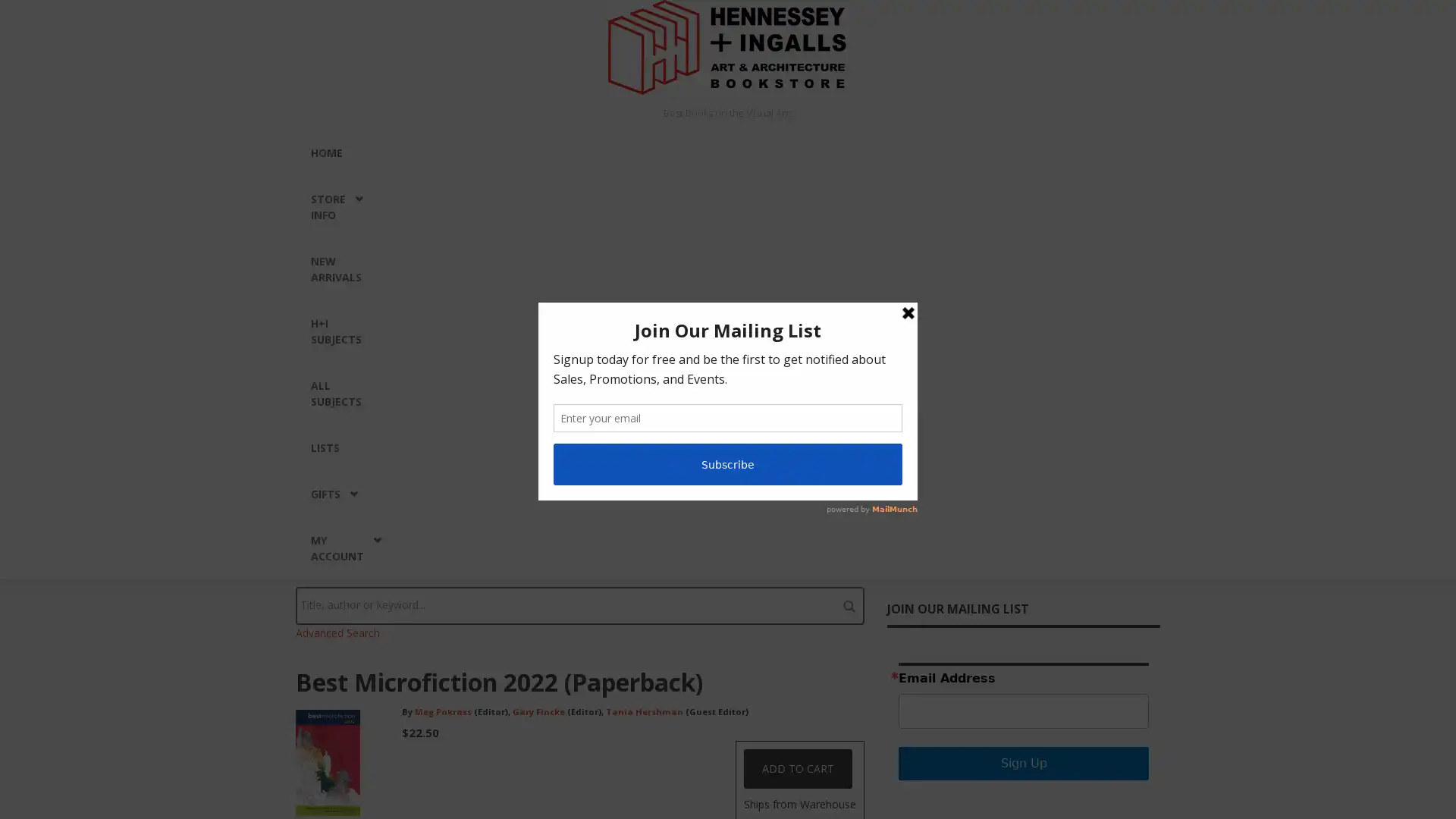 Image resolution: width=1456 pixels, height=819 pixels. Describe the element at coordinates (797, 769) in the screenshot. I see `Add to Cart` at that location.